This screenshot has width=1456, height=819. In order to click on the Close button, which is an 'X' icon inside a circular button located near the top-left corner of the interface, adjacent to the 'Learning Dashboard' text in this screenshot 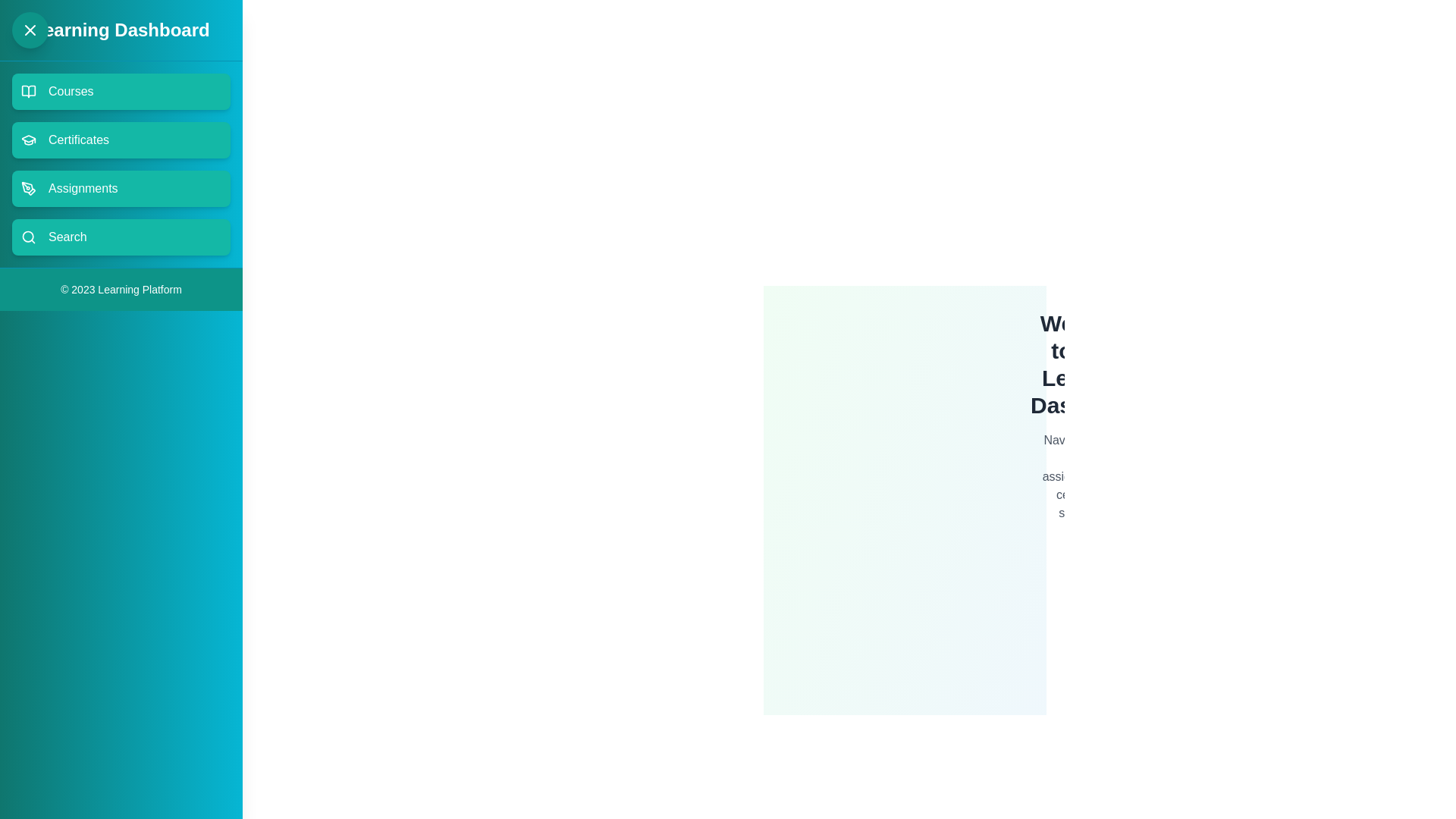, I will do `click(30, 30)`.